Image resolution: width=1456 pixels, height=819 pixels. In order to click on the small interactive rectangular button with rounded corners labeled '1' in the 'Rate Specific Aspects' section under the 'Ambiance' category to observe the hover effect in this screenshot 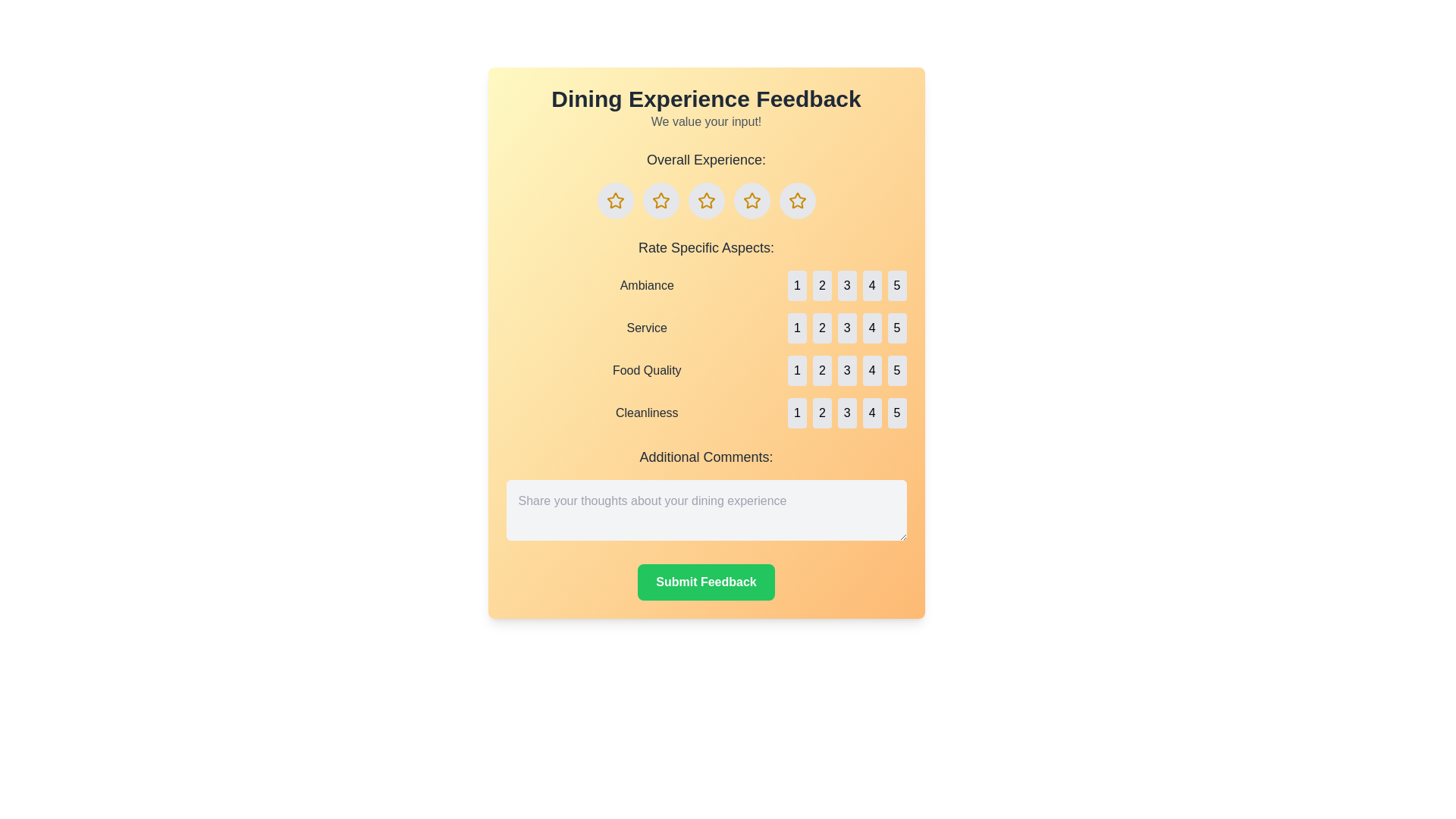, I will do `click(796, 286)`.